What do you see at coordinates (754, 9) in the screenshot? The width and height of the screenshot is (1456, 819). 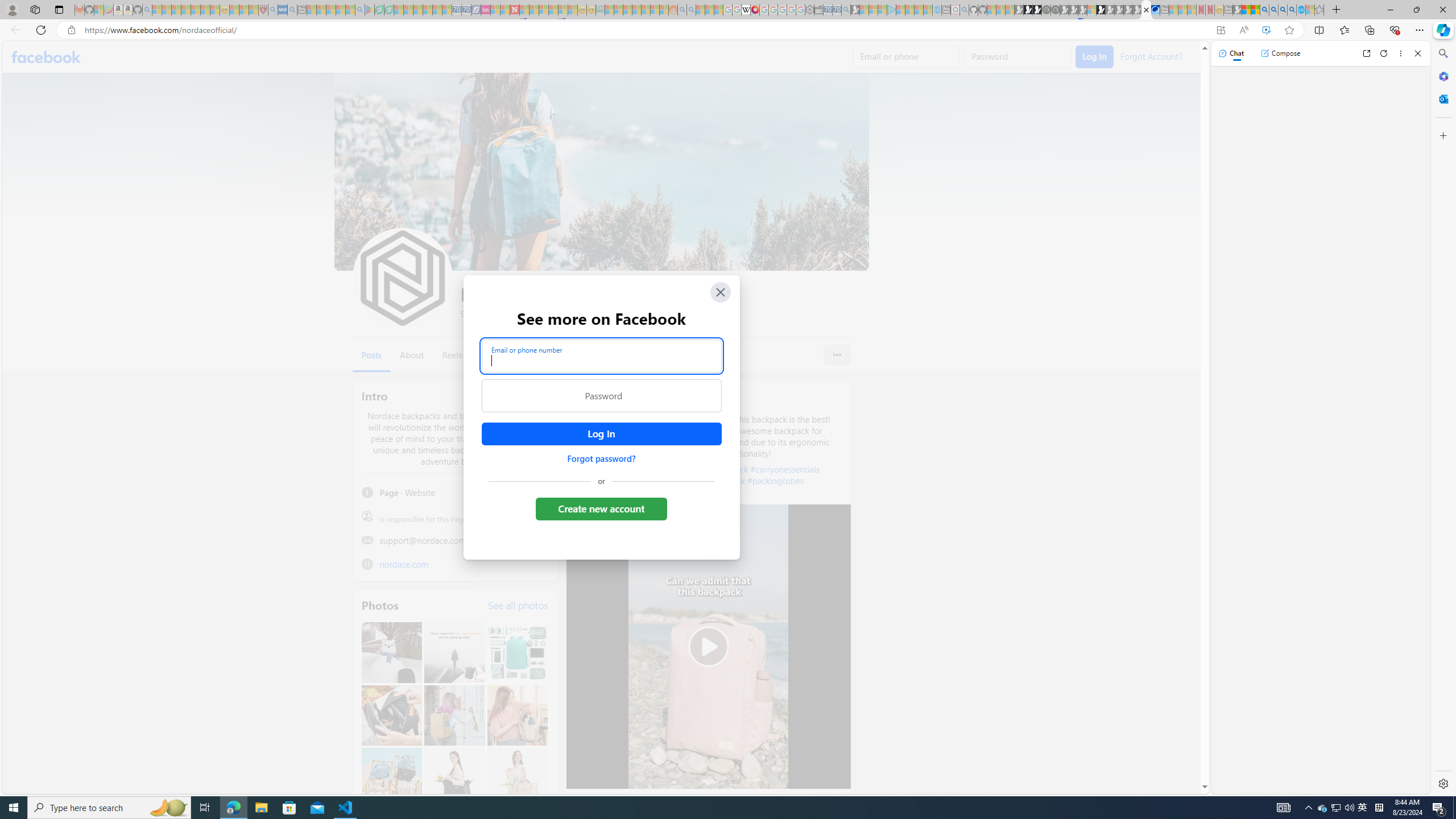 I see `'MediaWiki'` at bounding box center [754, 9].